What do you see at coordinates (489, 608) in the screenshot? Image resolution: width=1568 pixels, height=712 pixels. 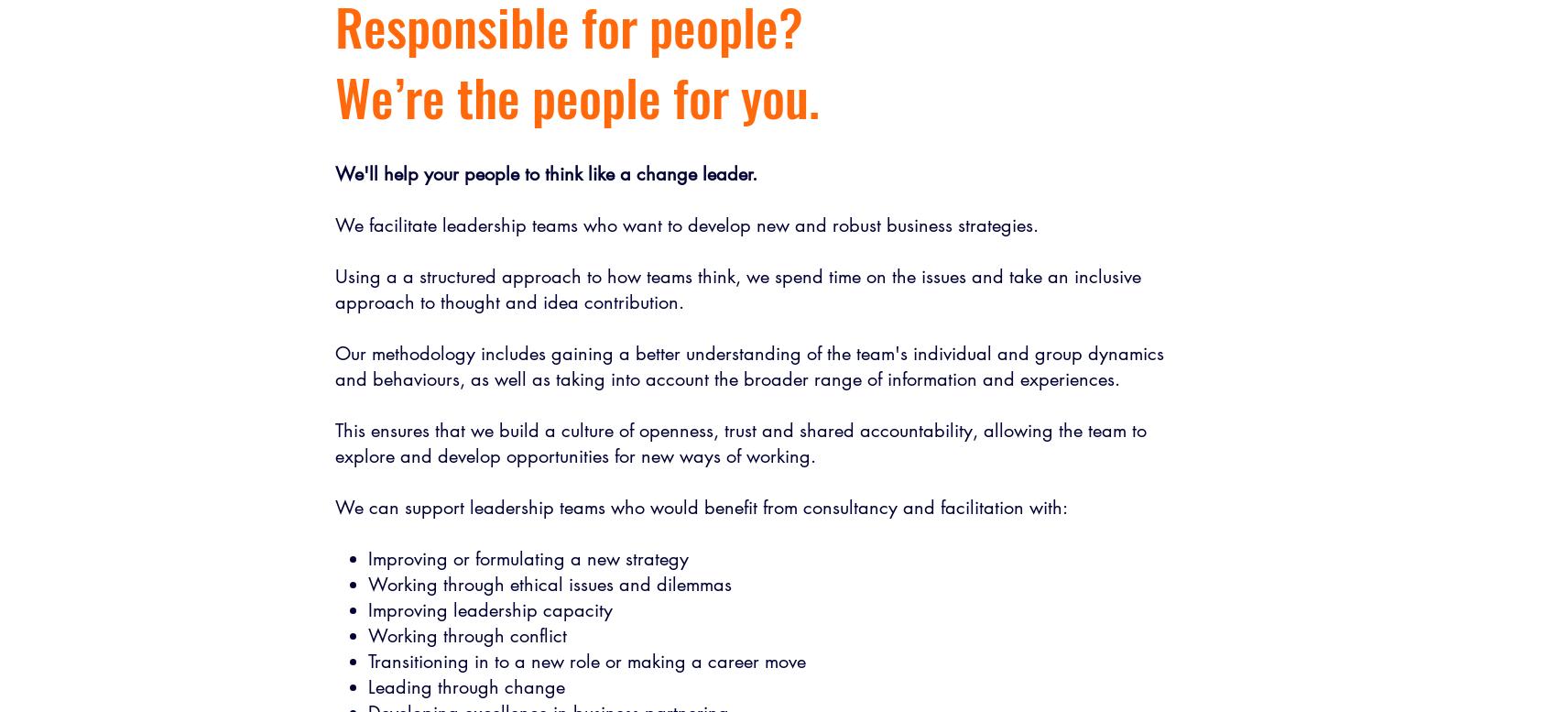 I see `'Improving leadership capacity'` at bounding box center [489, 608].